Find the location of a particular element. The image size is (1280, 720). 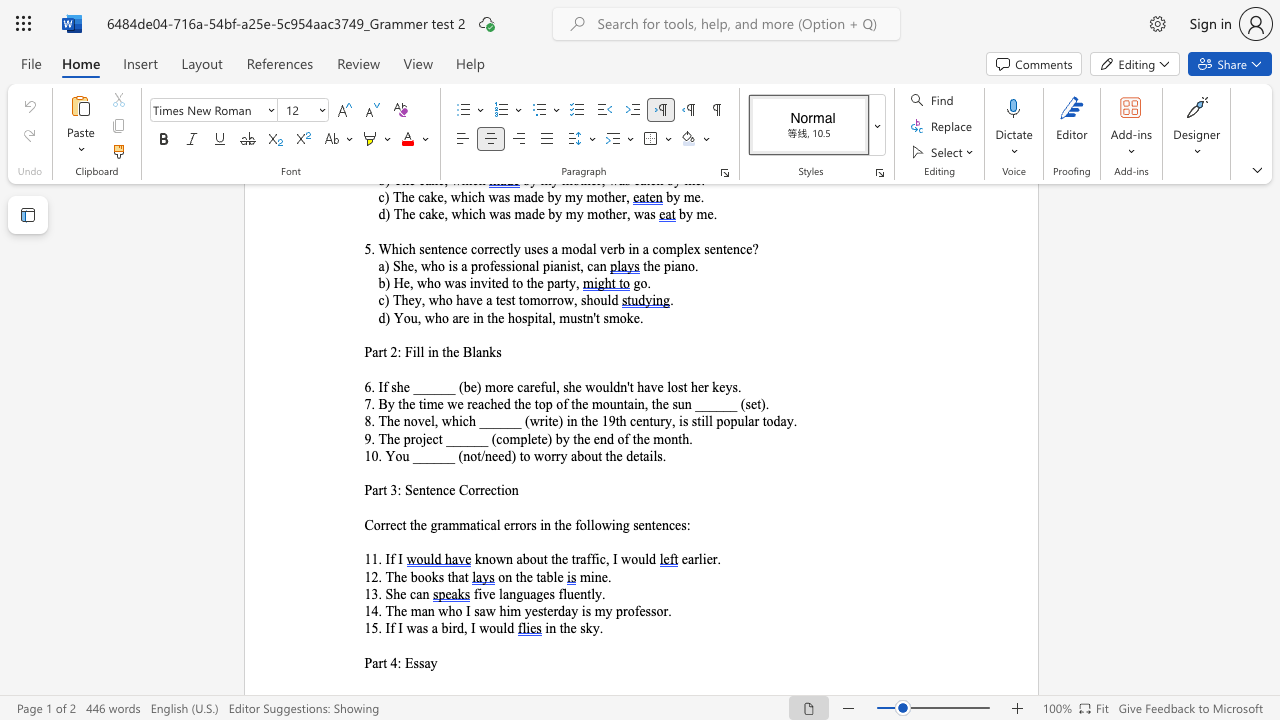

the subset text "or." within the text "14. The man who I saw him yesterday is my professor." is located at coordinates (656, 610).